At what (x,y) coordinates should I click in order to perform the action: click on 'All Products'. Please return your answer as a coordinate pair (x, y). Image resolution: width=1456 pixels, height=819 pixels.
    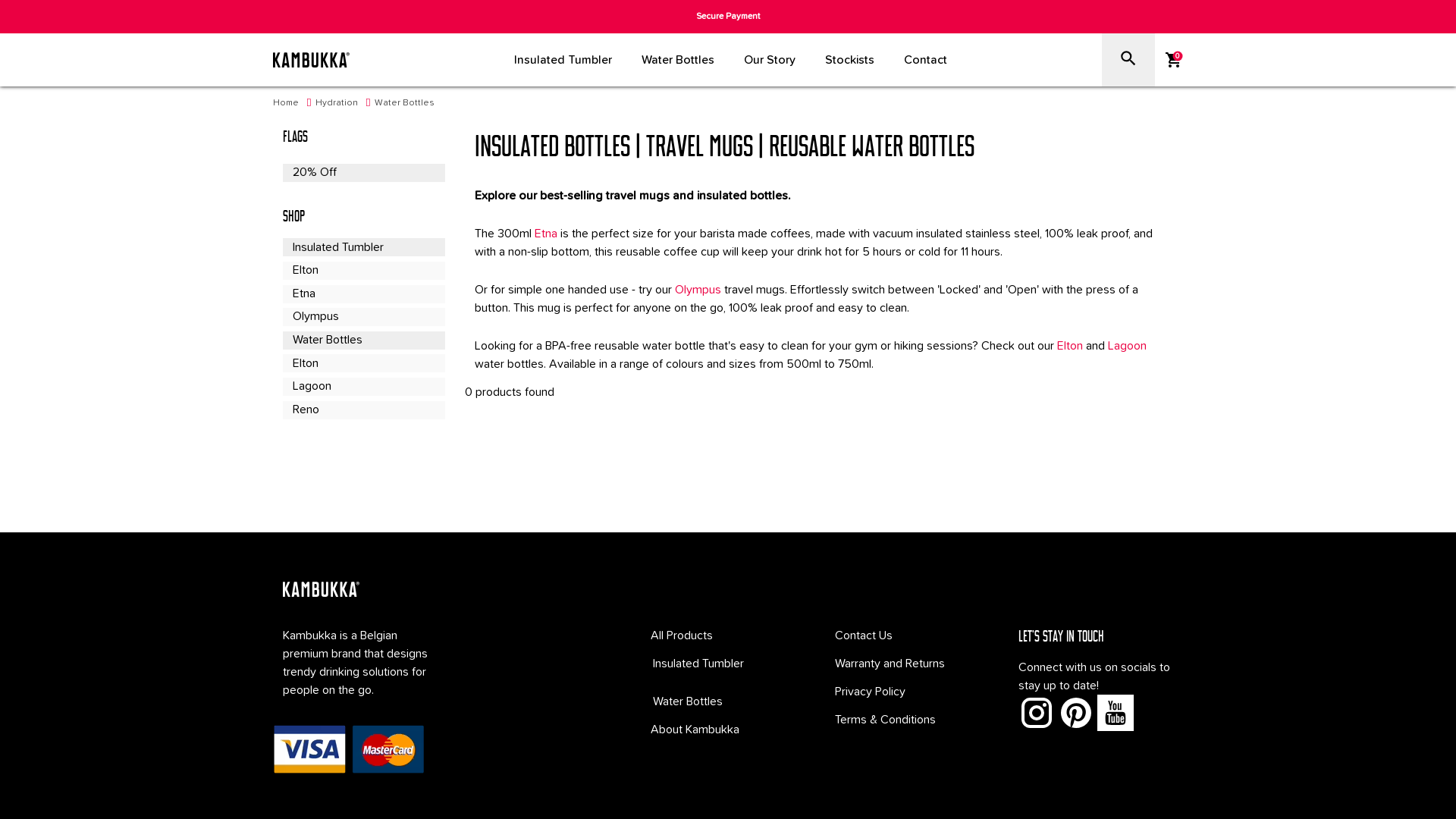
    Looking at the image, I should click on (680, 635).